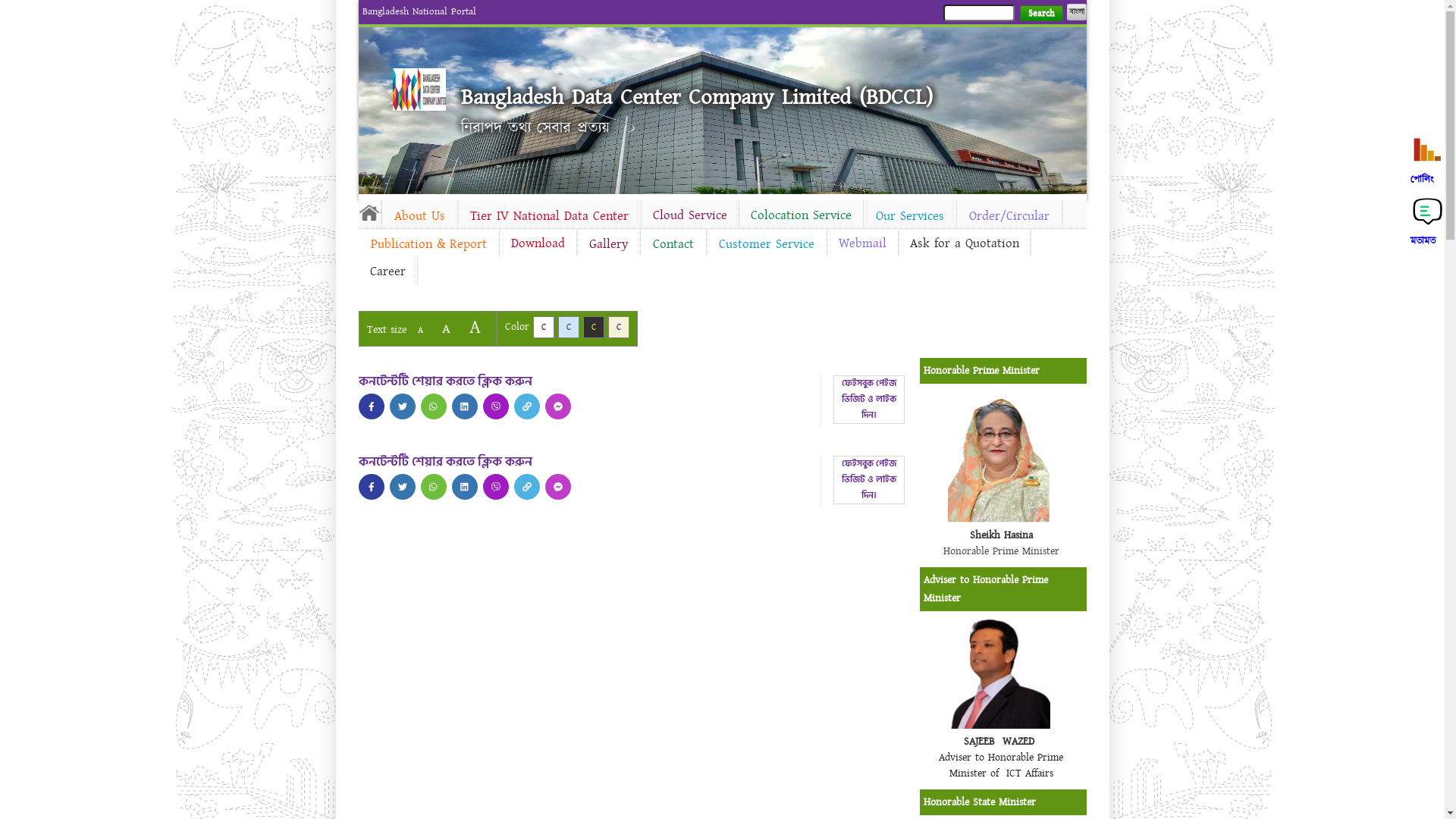 This screenshot has height=819, width=1456. What do you see at coordinates (909, 216) in the screenshot?
I see `'Our Services'` at bounding box center [909, 216].